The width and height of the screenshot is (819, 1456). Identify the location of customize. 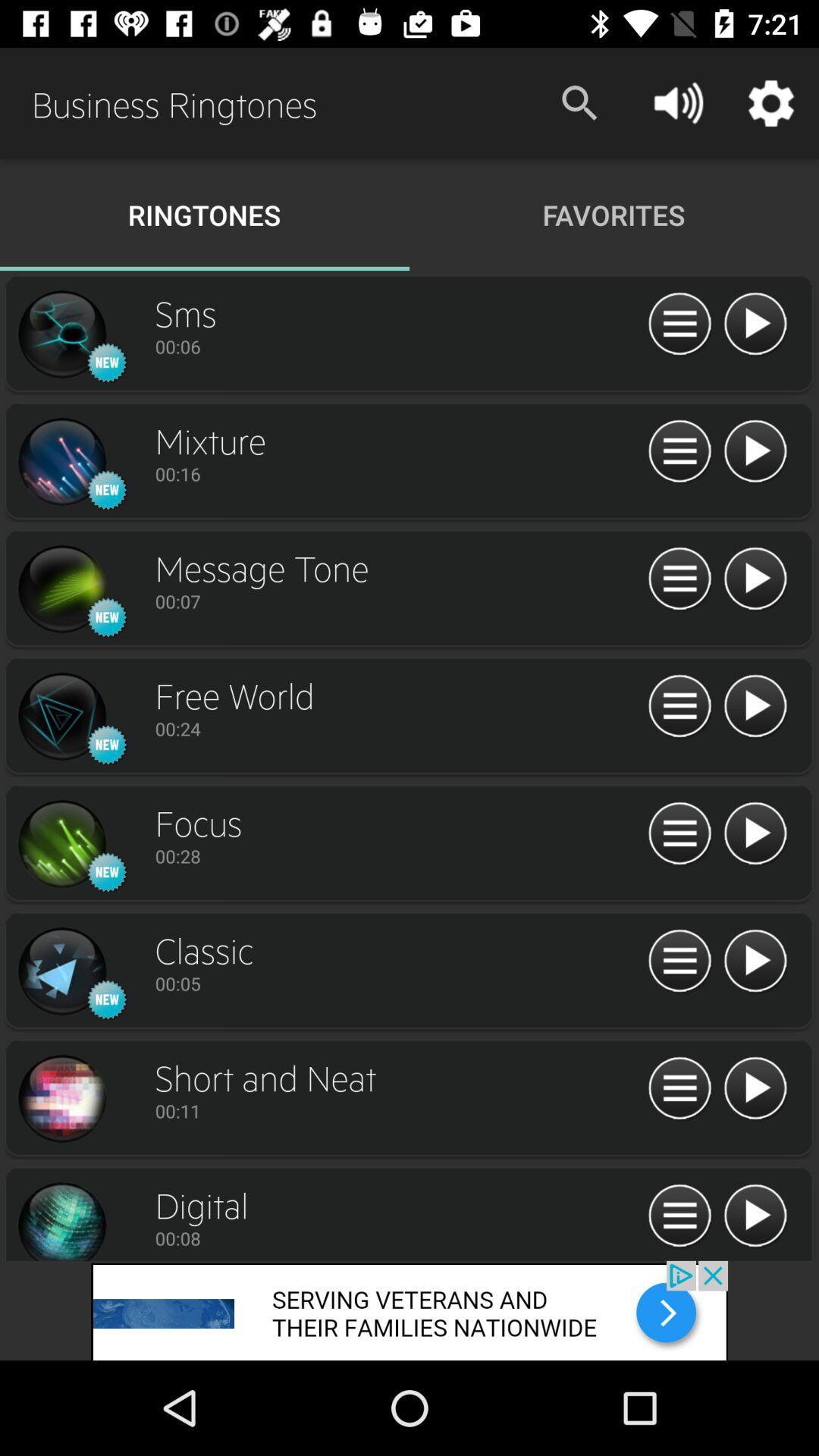
(679, 961).